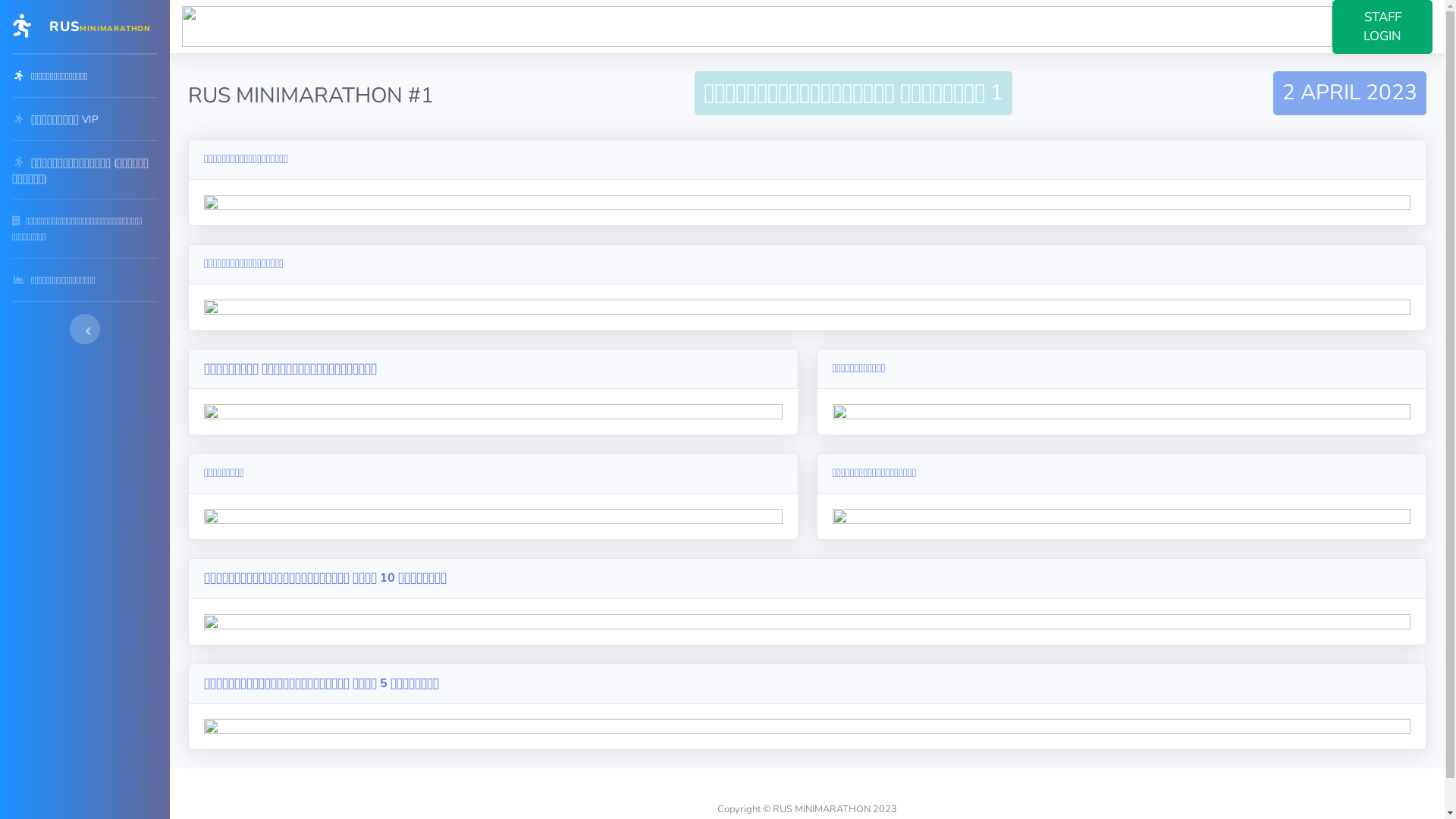  I want to click on 'RUSMINIMARATHON', so click(83, 26).